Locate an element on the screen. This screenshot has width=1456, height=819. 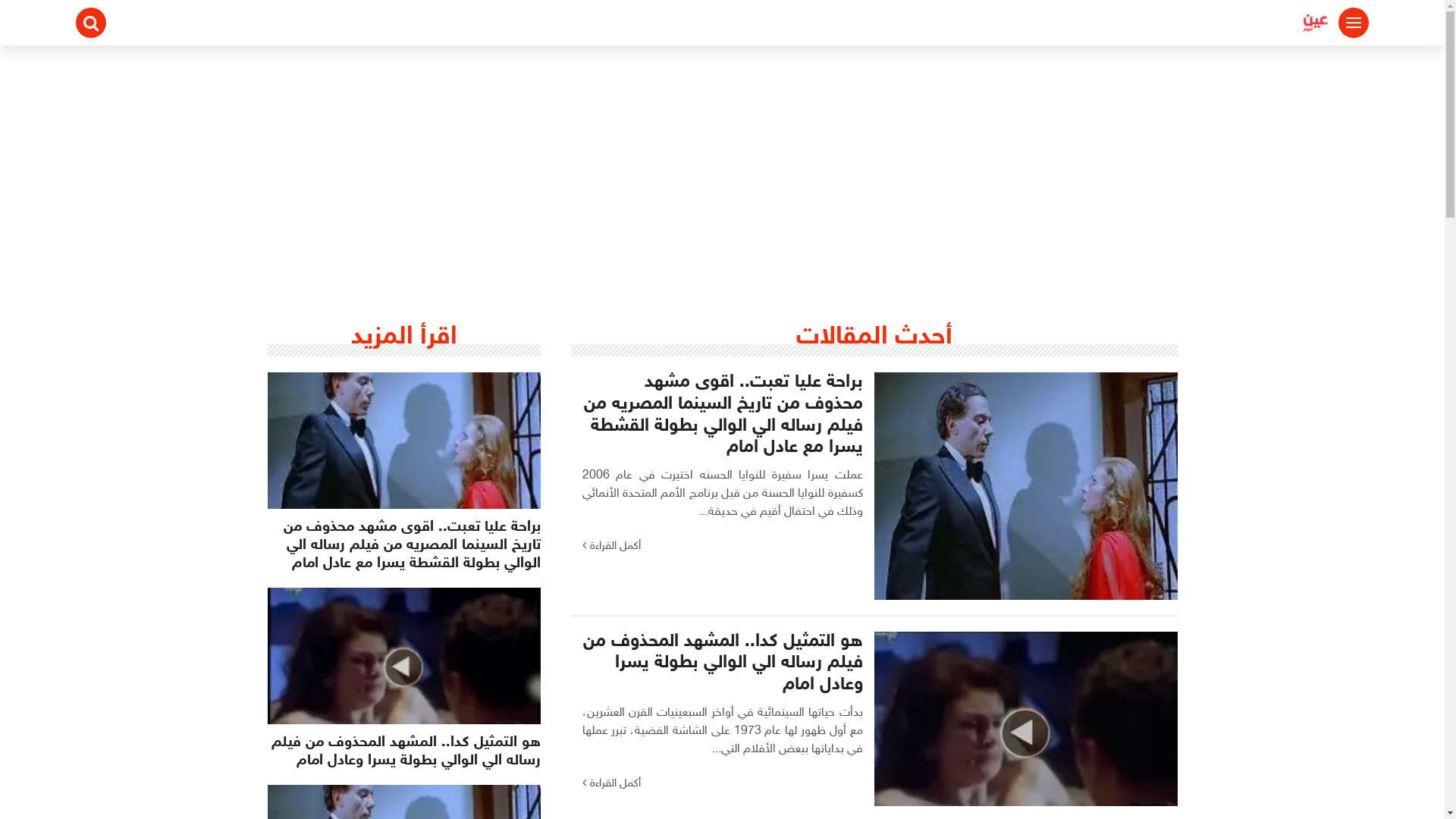
'Advertisement' is located at coordinates (720, 158).